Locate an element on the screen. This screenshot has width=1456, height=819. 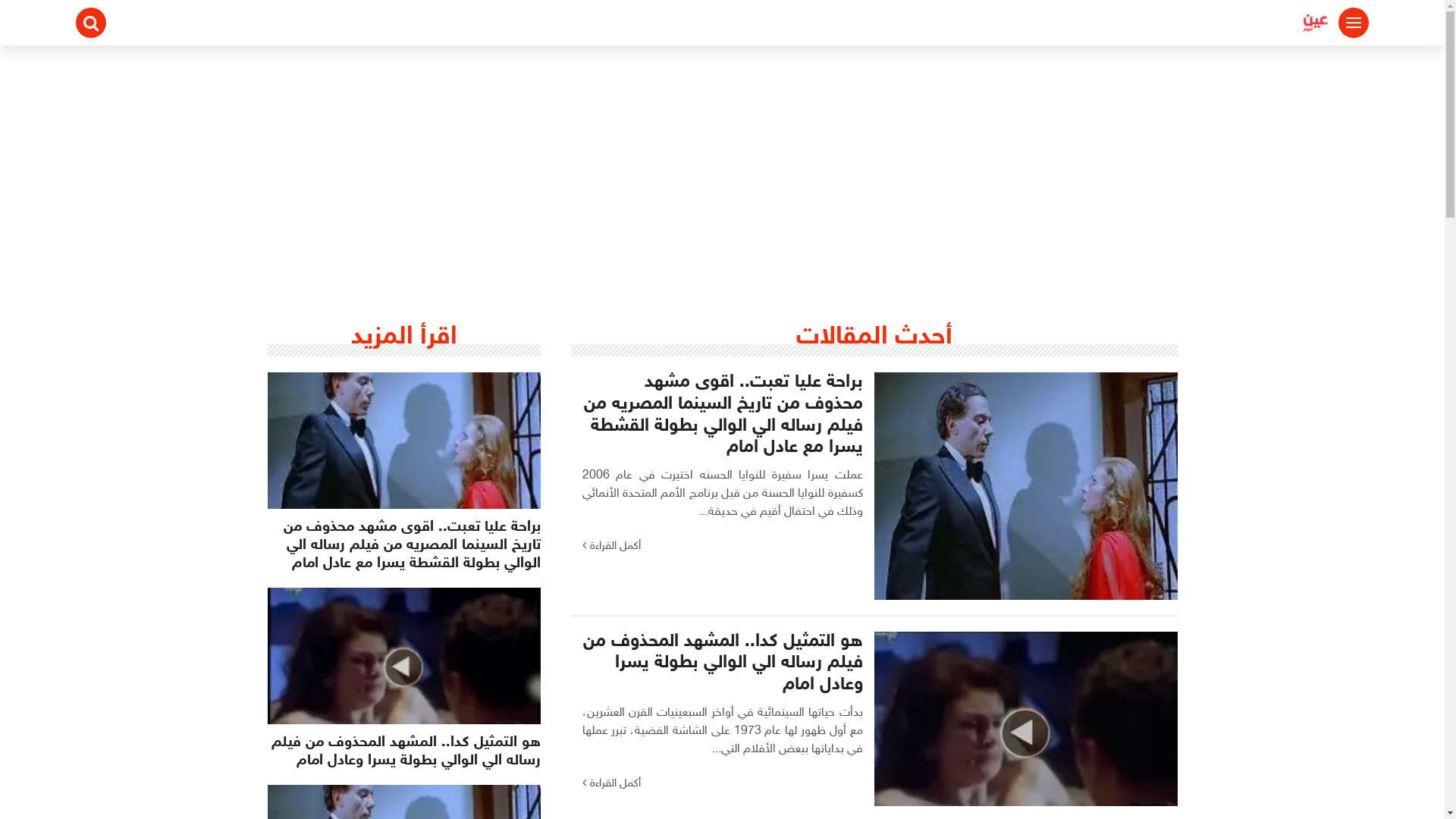
'Advertisement' is located at coordinates (720, 158).